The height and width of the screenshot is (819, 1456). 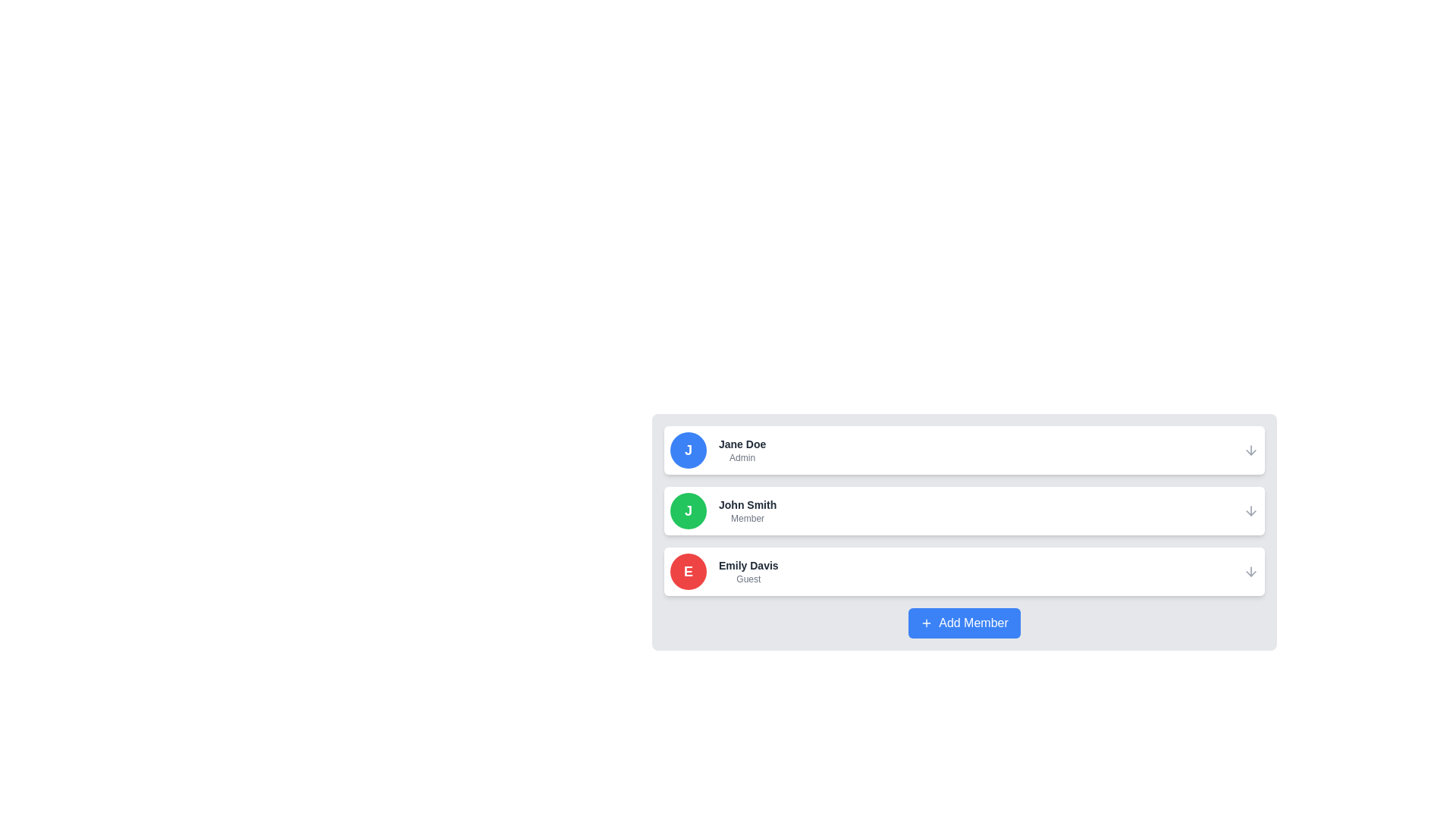 What do you see at coordinates (748, 511) in the screenshot?
I see `text from the Text Block that displays the user's name and role information, located in the second row of a vertical list, adjacent to a green circular icon with the letter 'J'` at bounding box center [748, 511].